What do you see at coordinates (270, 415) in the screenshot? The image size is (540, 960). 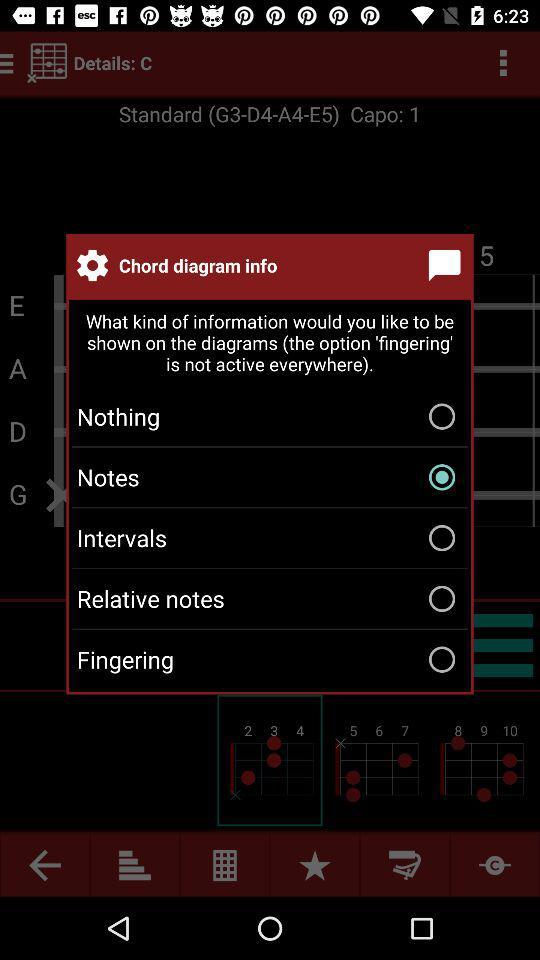 I see `the icon below the what kind of icon` at bounding box center [270, 415].